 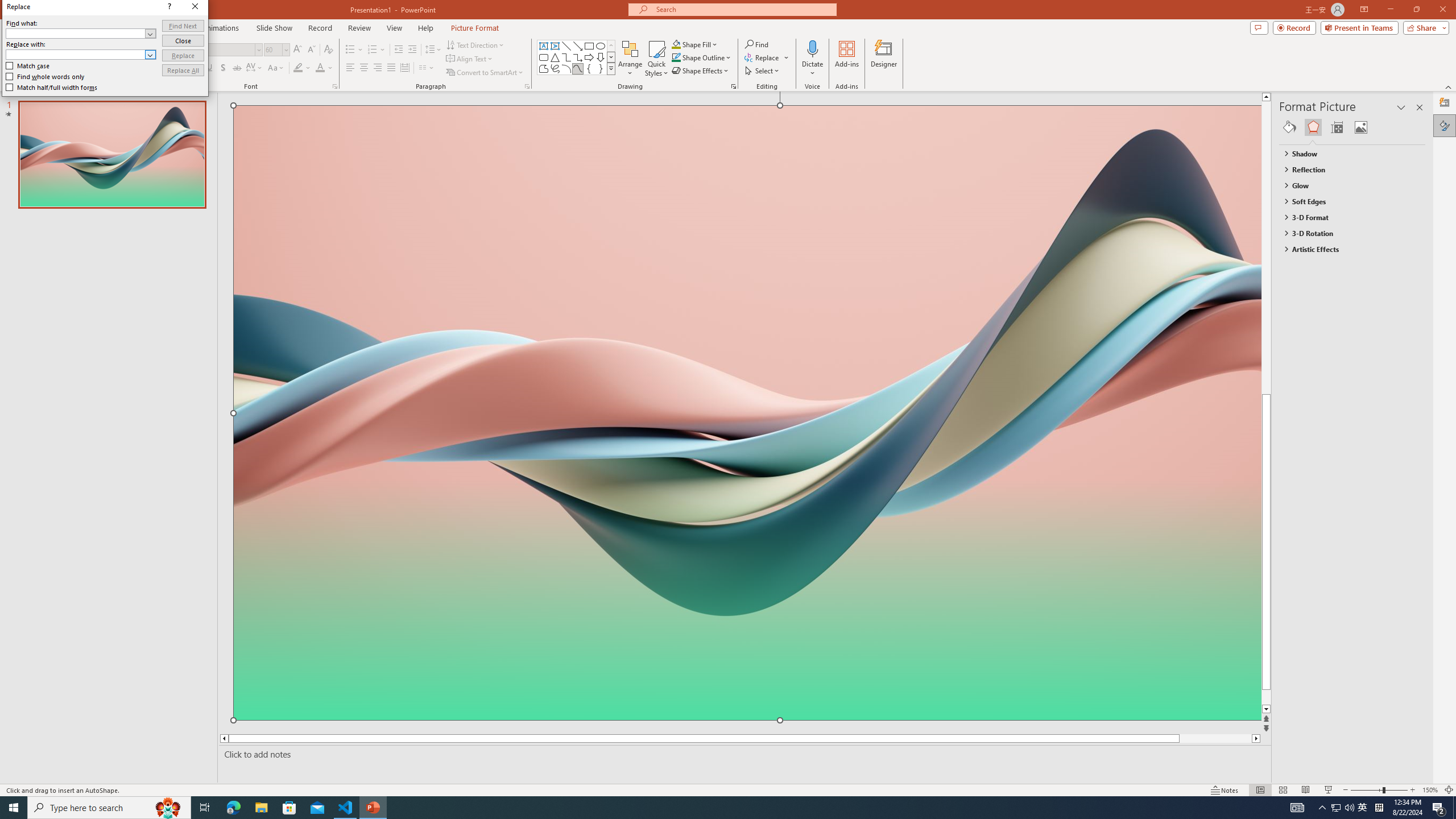 I want to click on '3-D Format', so click(x=1347, y=217).